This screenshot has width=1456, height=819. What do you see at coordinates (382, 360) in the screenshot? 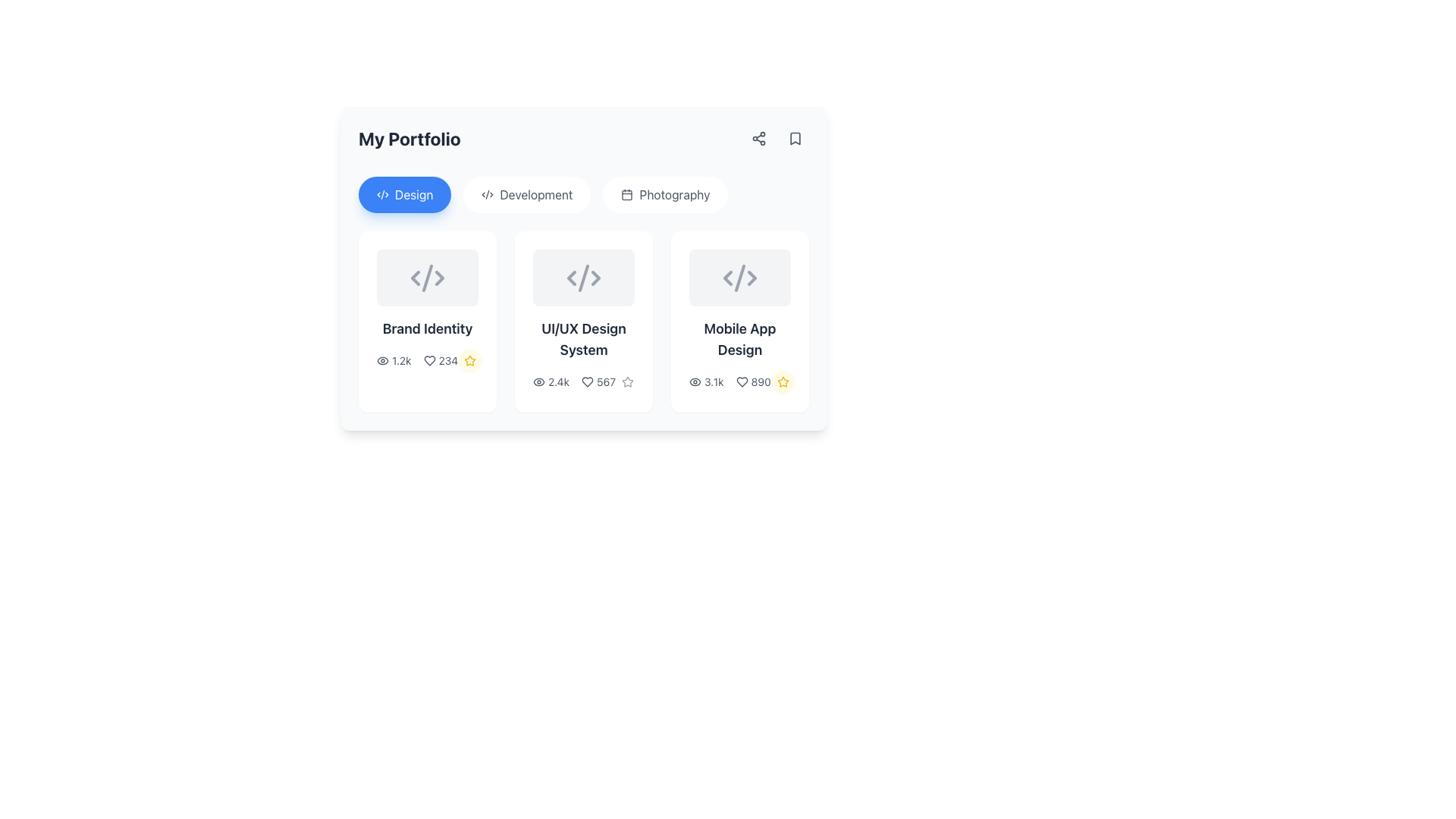
I see `the visibility metric icon associated with the 'Brand Identity' item in the portfolio, which is positioned on the leftmost side of the card and precedes the view count text '1.2k'` at bounding box center [382, 360].